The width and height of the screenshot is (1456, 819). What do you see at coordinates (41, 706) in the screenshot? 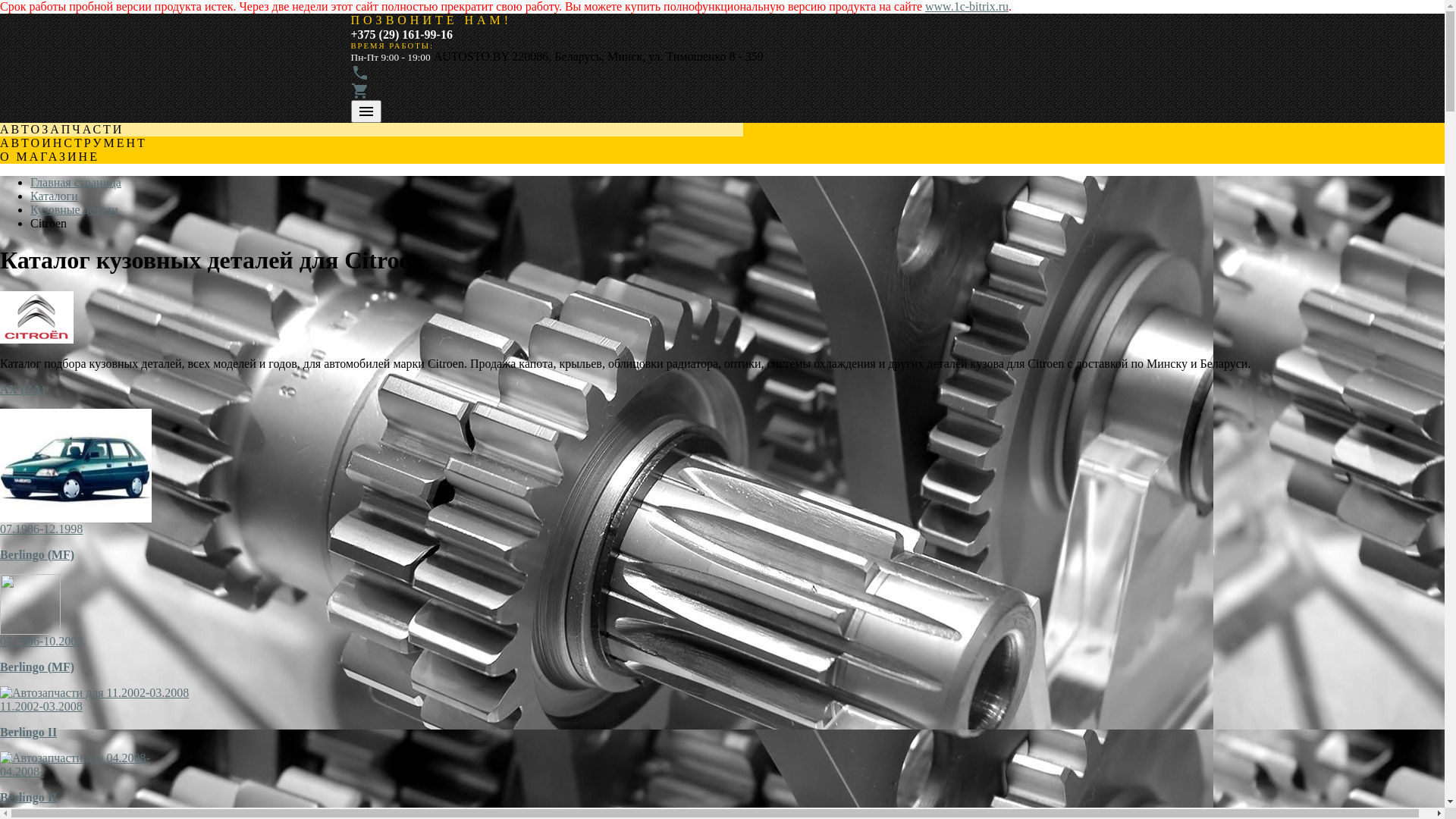
I see `'11.2002-03.2008'` at bounding box center [41, 706].